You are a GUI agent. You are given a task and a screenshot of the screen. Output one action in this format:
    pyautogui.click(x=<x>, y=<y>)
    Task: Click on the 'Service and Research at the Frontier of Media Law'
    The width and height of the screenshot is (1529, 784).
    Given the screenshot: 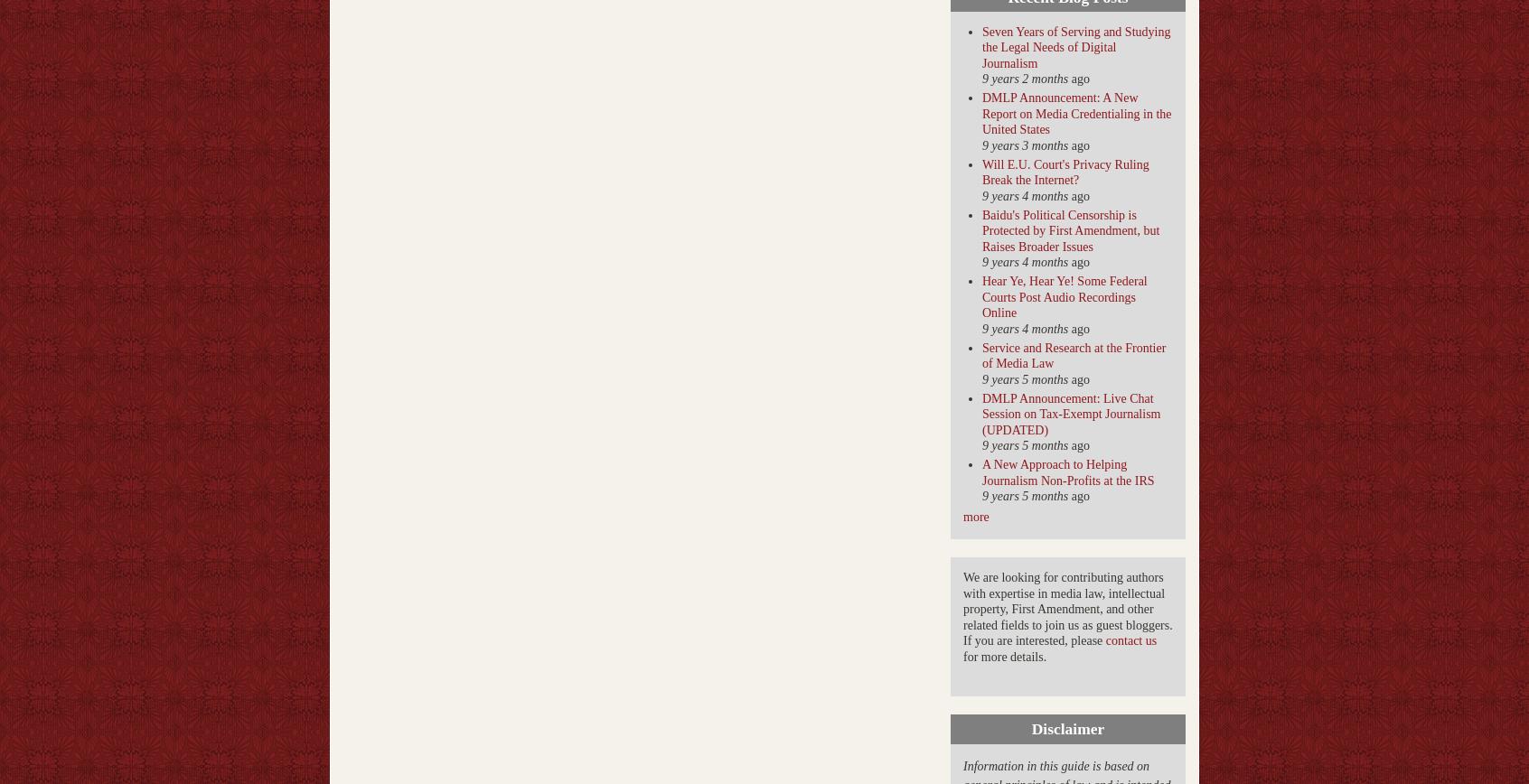 What is the action you would take?
    pyautogui.click(x=981, y=355)
    